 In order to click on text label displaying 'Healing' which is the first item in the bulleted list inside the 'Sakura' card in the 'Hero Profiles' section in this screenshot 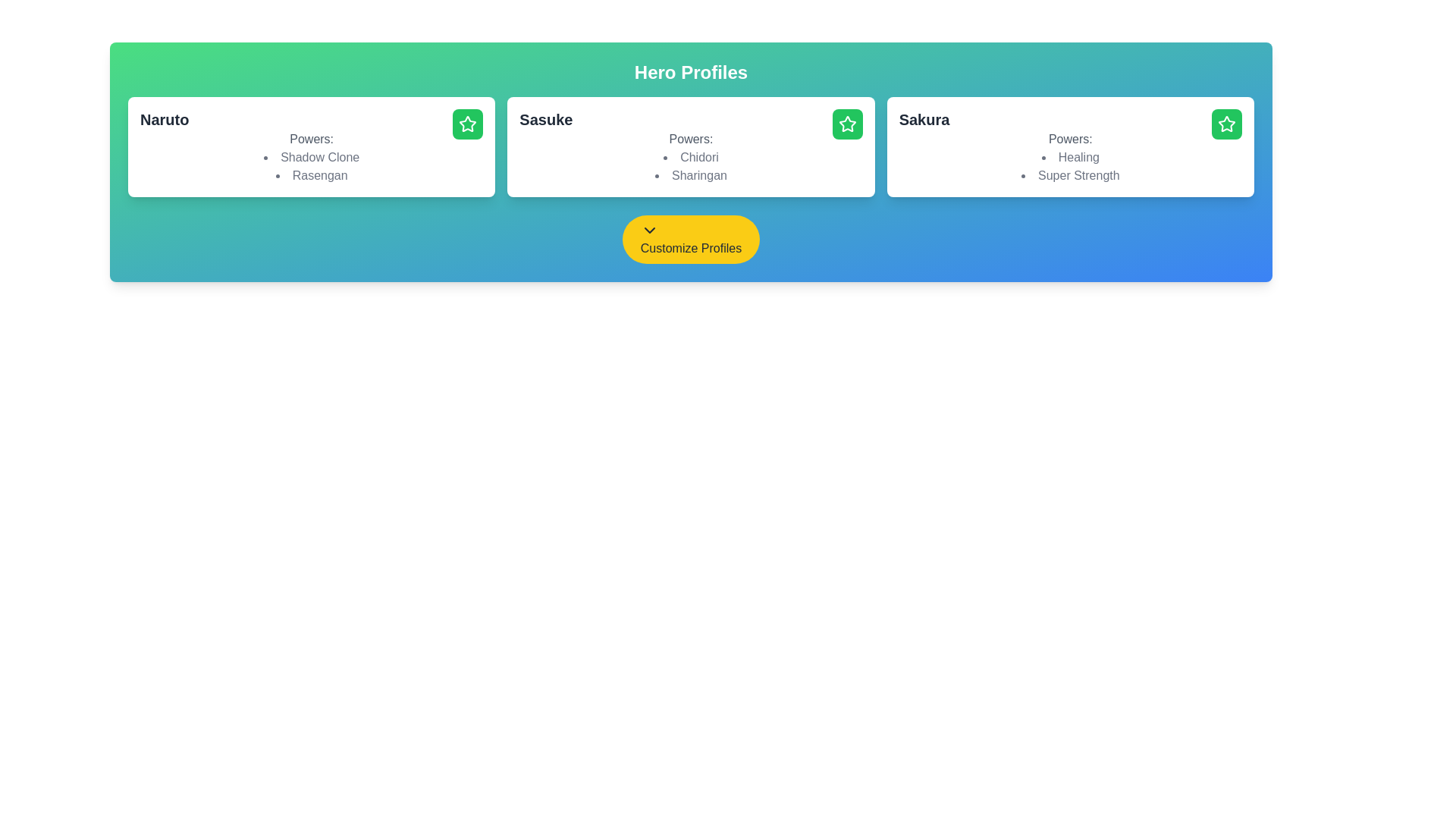, I will do `click(1069, 158)`.